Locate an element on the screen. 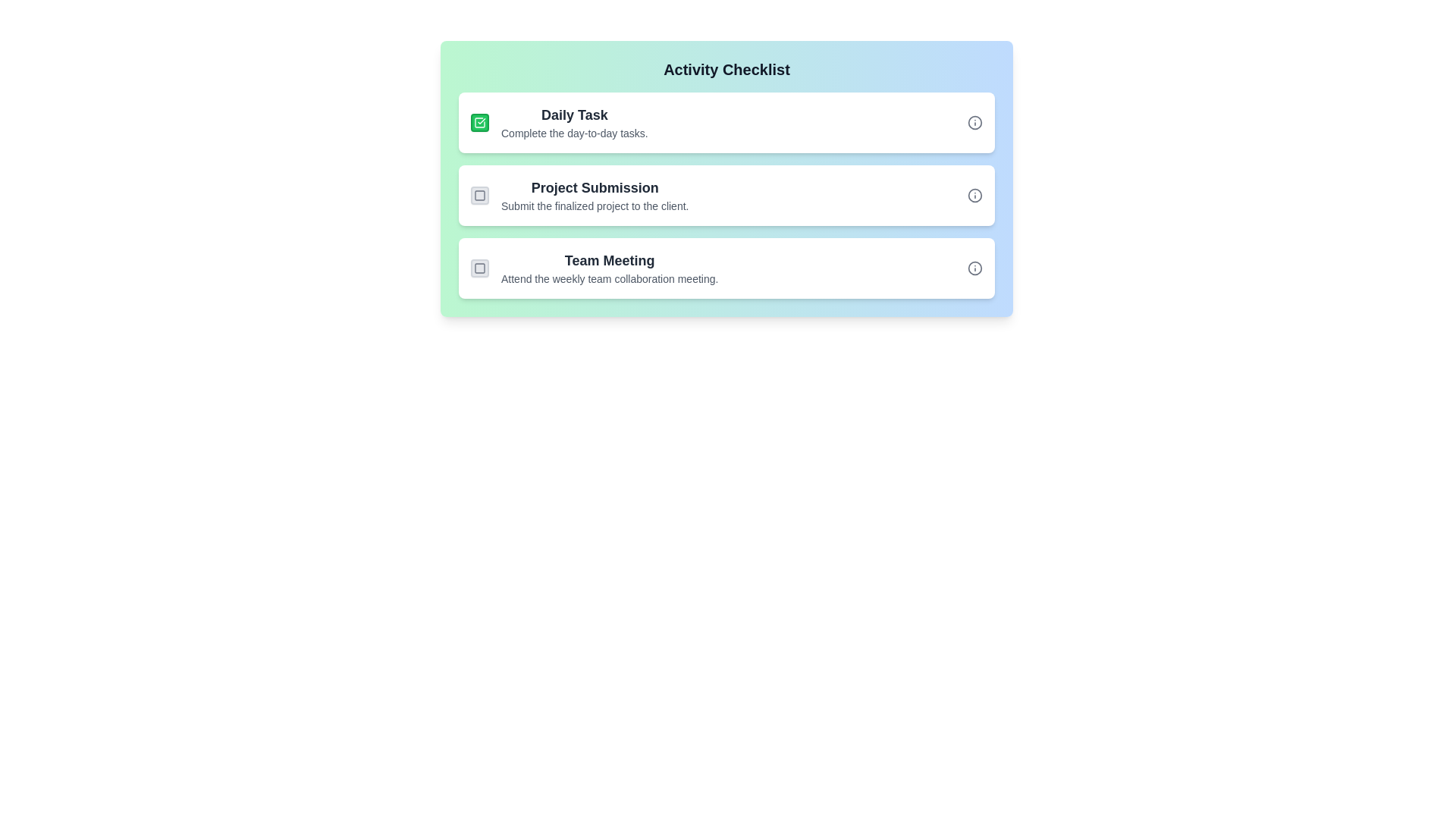  information presented in the descriptive text component that serves as the title and description of a checklist item, located to the right of the green checkbox icon and above subsequent list items is located at coordinates (573, 122).